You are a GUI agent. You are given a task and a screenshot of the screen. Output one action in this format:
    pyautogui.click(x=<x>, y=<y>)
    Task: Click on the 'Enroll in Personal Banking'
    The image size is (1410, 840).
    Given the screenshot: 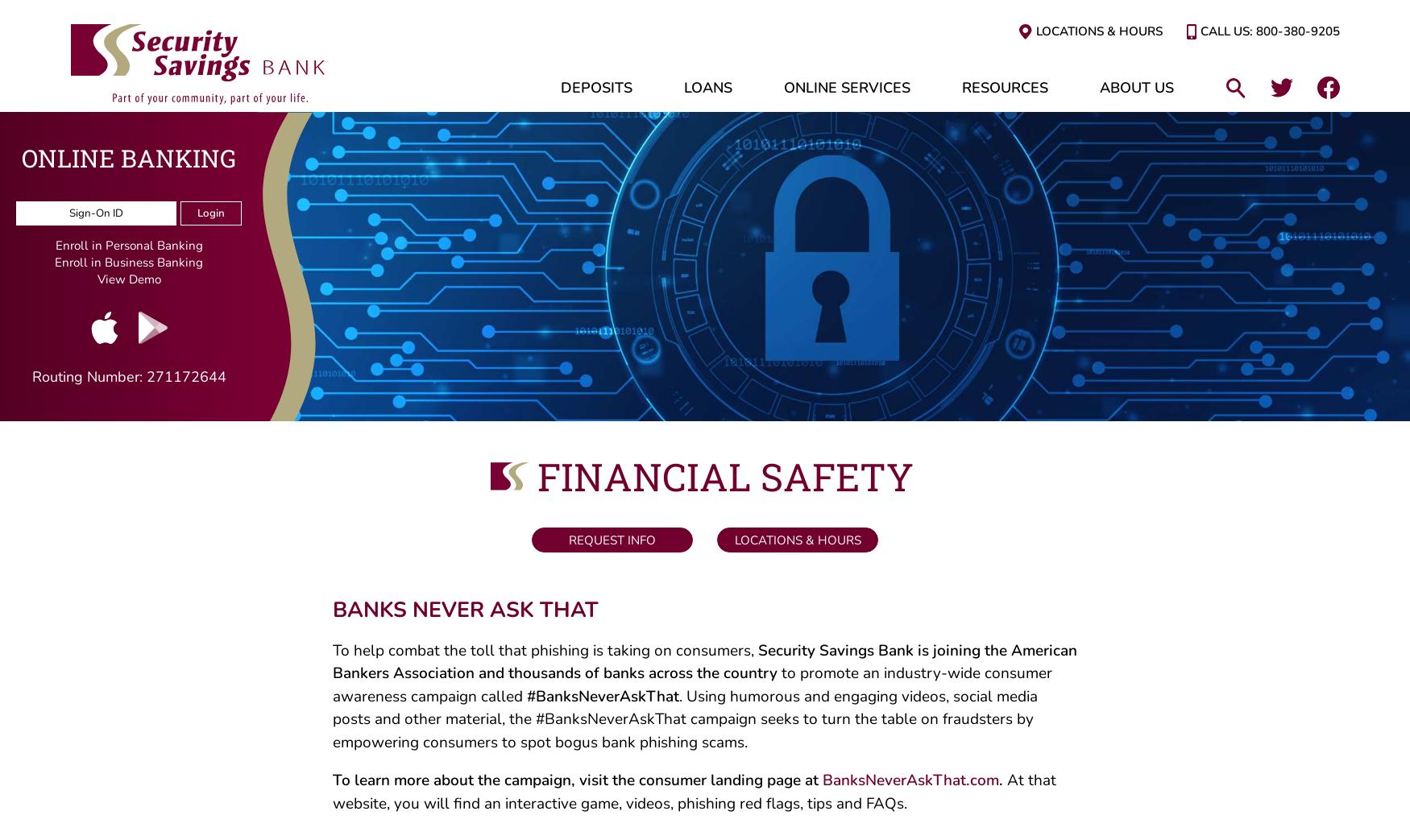 What is the action you would take?
    pyautogui.click(x=127, y=250)
    